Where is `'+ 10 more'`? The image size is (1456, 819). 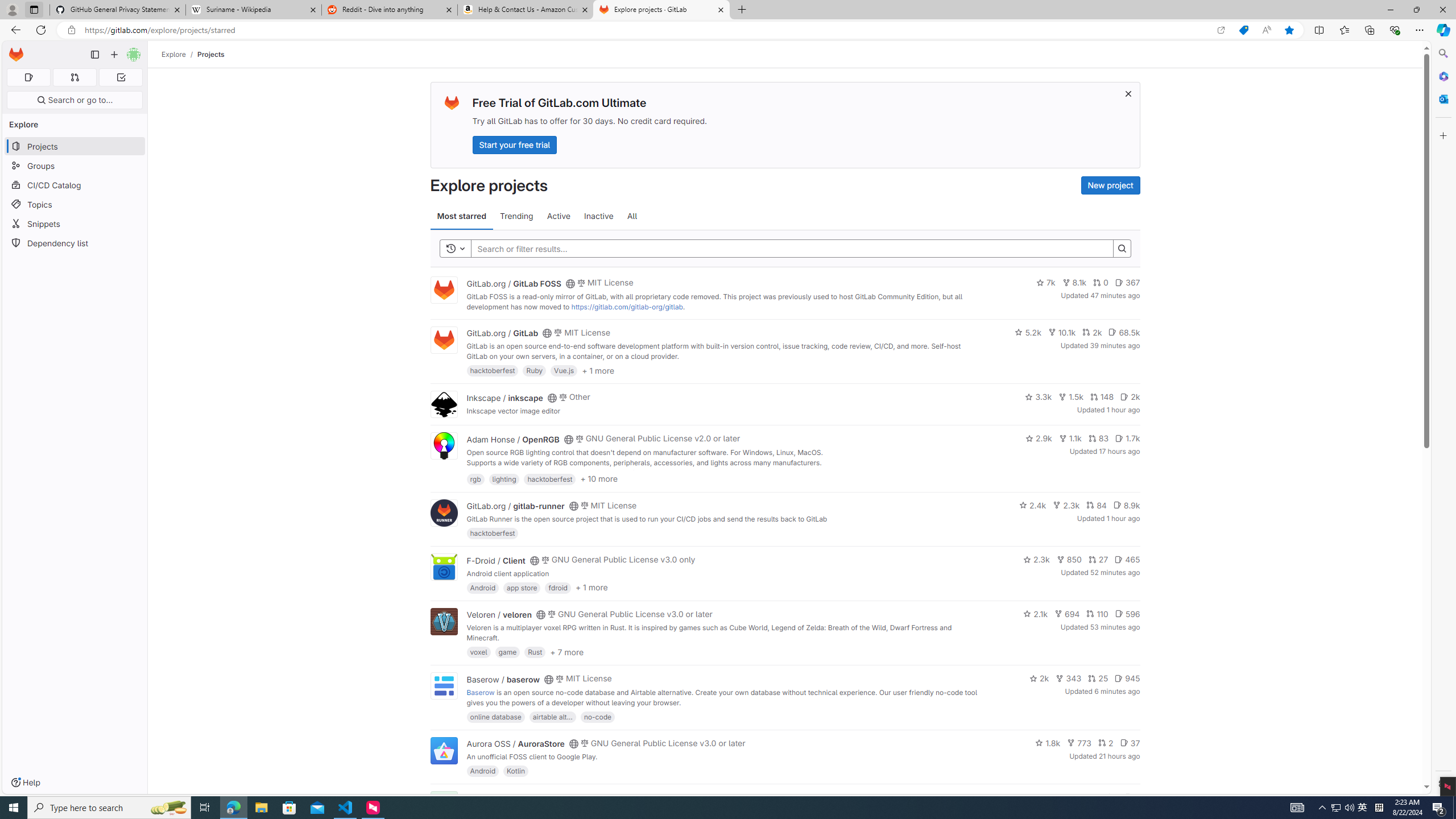 '+ 10 more' is located at coordinates (598, 478).